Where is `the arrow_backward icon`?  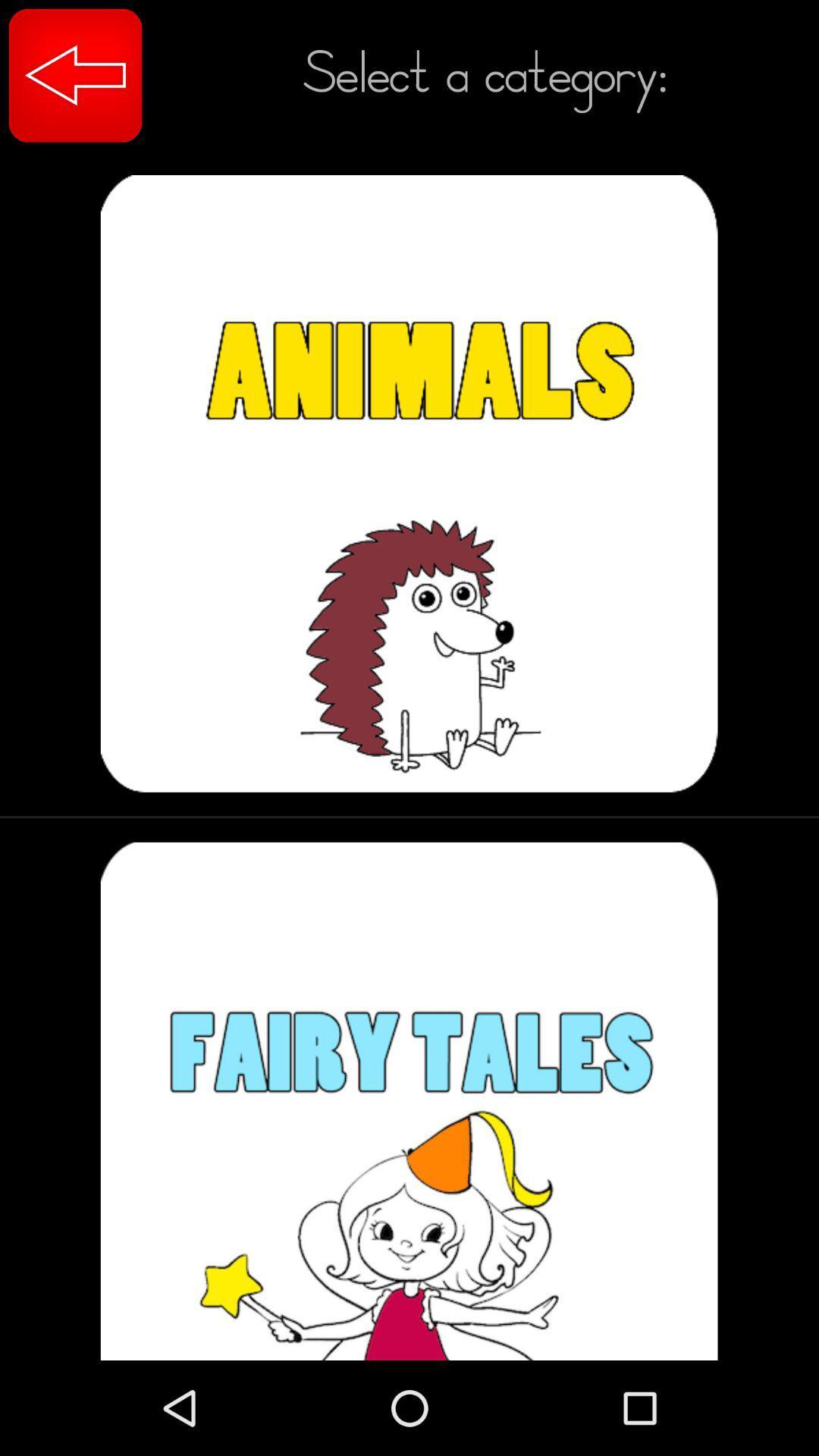 the arrow_backward icon is located at coordinates (75, 74).